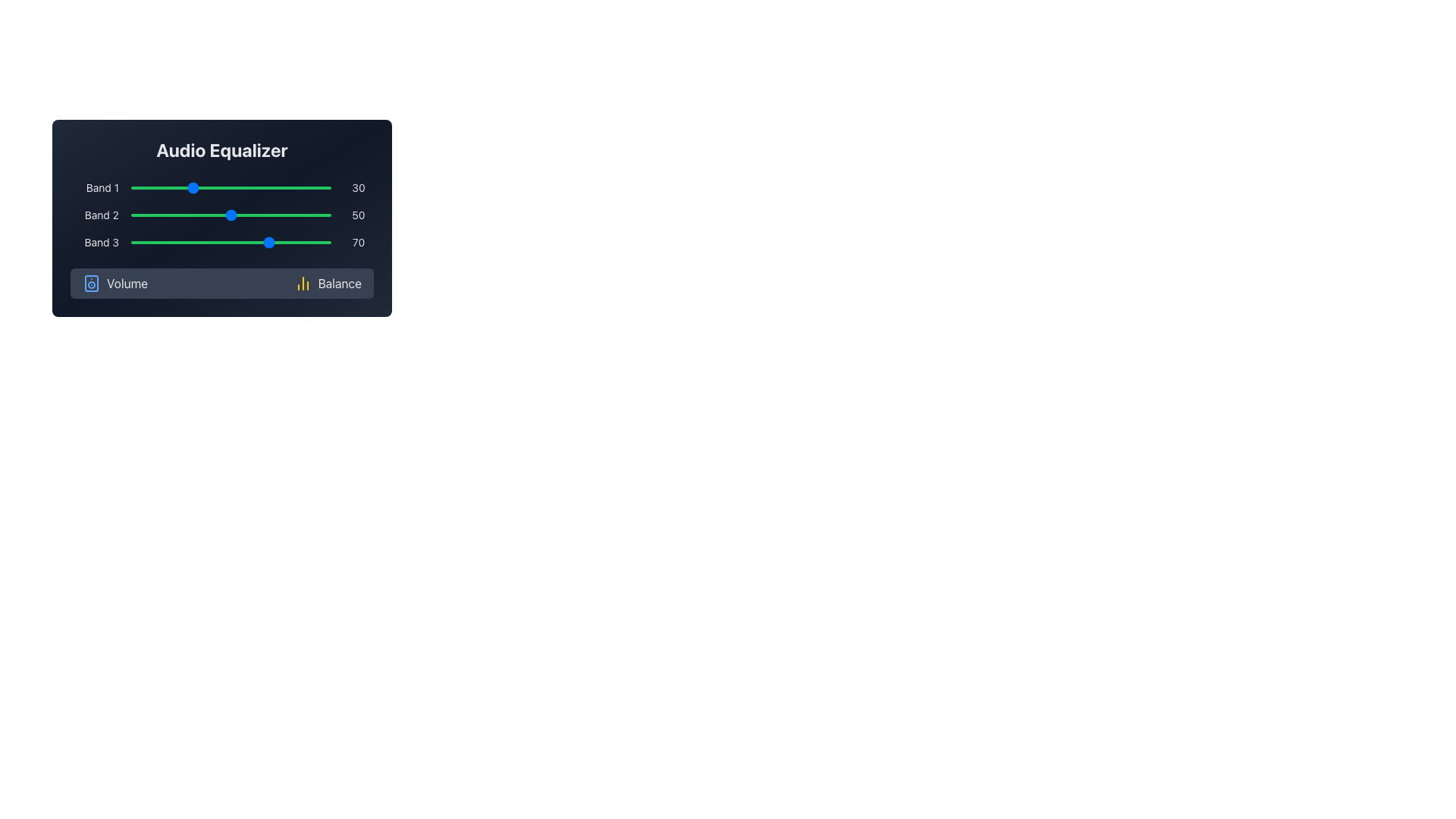 The width and height of the screenshot is (1456, 819). What do you see at coordinates (136, 187) in the screenshot?
I see `Band 1 equalizer value` at bounding box center [136, 187].